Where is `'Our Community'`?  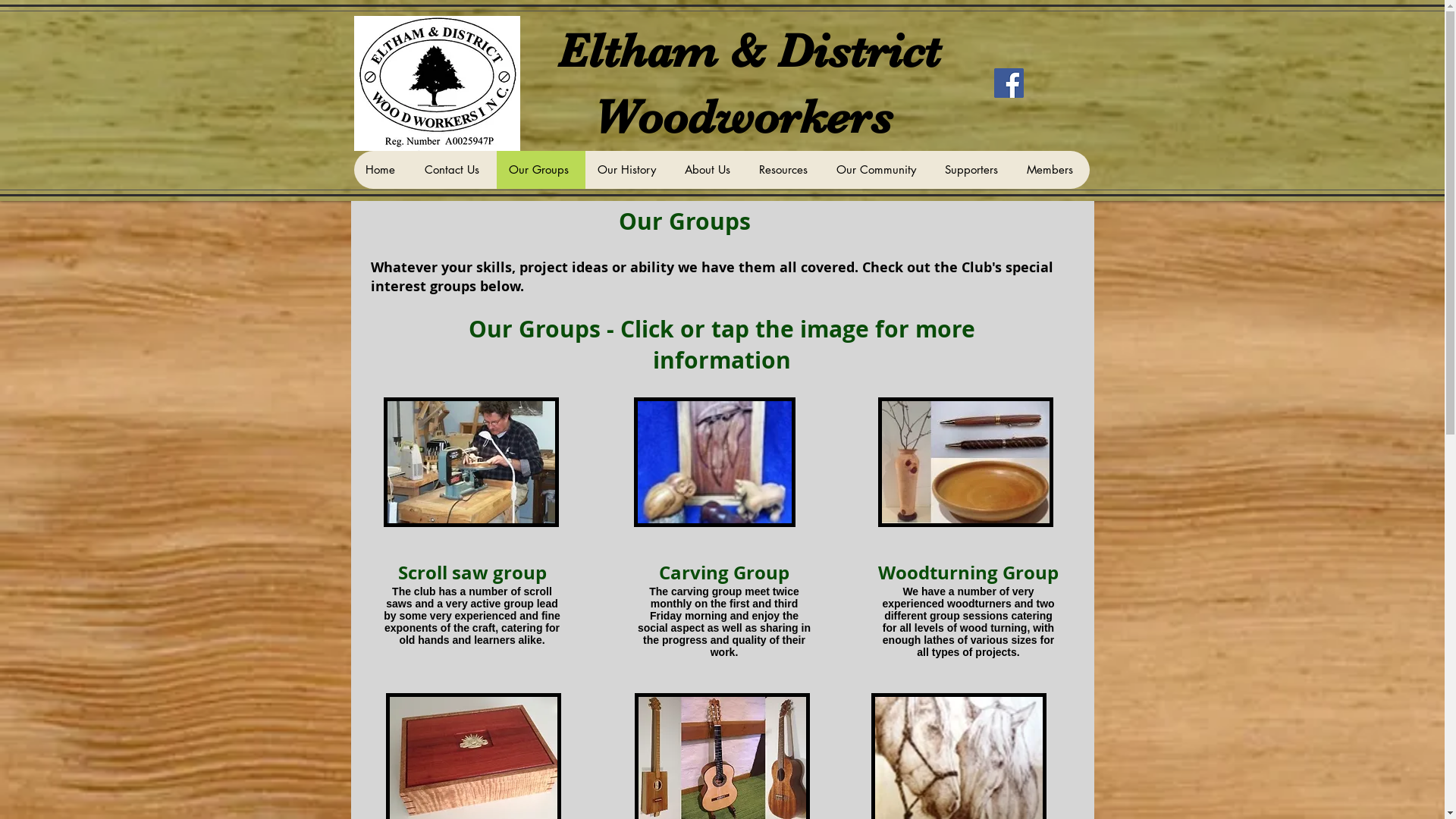
'Our Community' is located at coordinates (822, 169).